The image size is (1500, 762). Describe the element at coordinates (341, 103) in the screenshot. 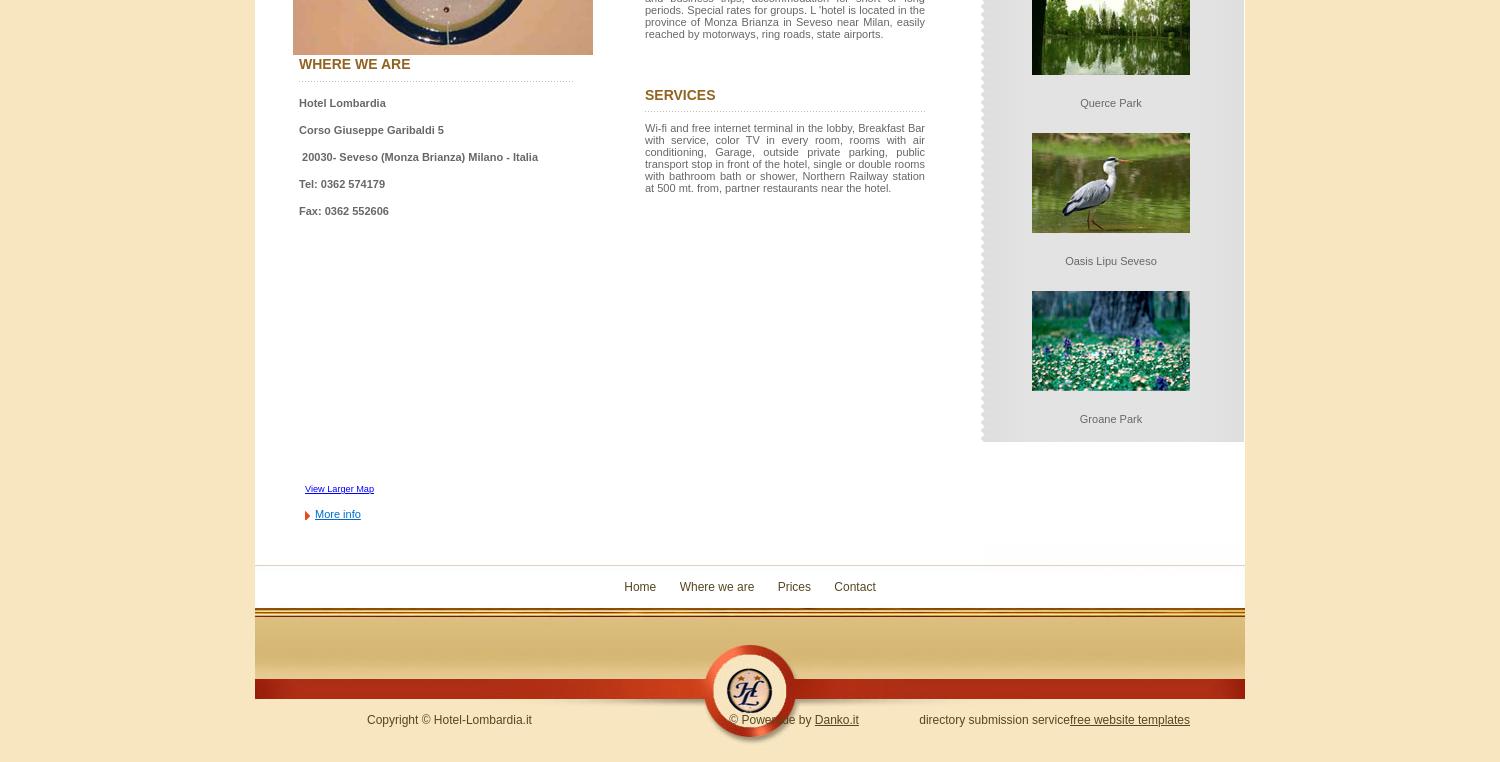

I see `'Hotel Lombardia'` at that location.